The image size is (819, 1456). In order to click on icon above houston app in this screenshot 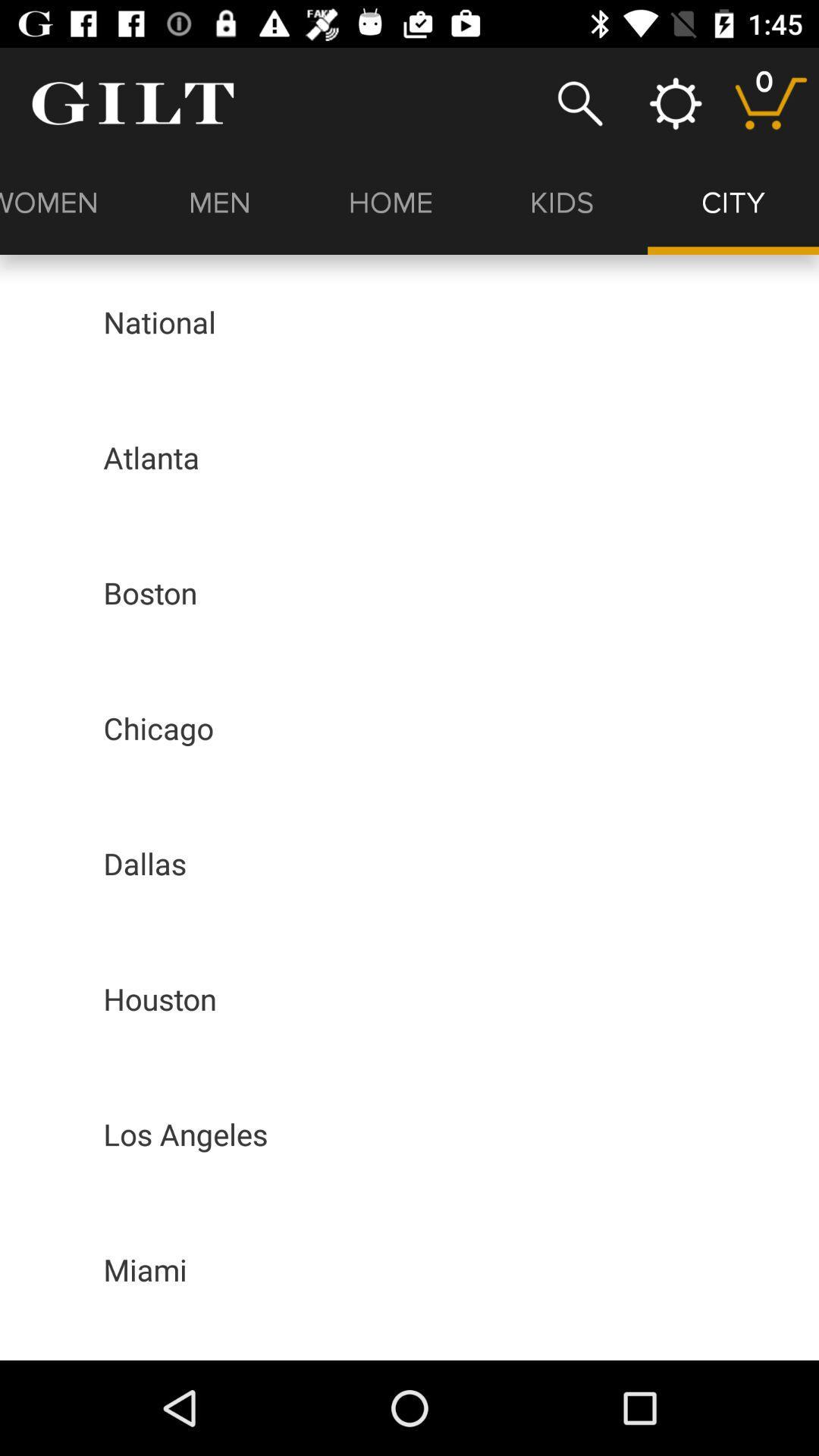, I will do `click(145, 863)`.